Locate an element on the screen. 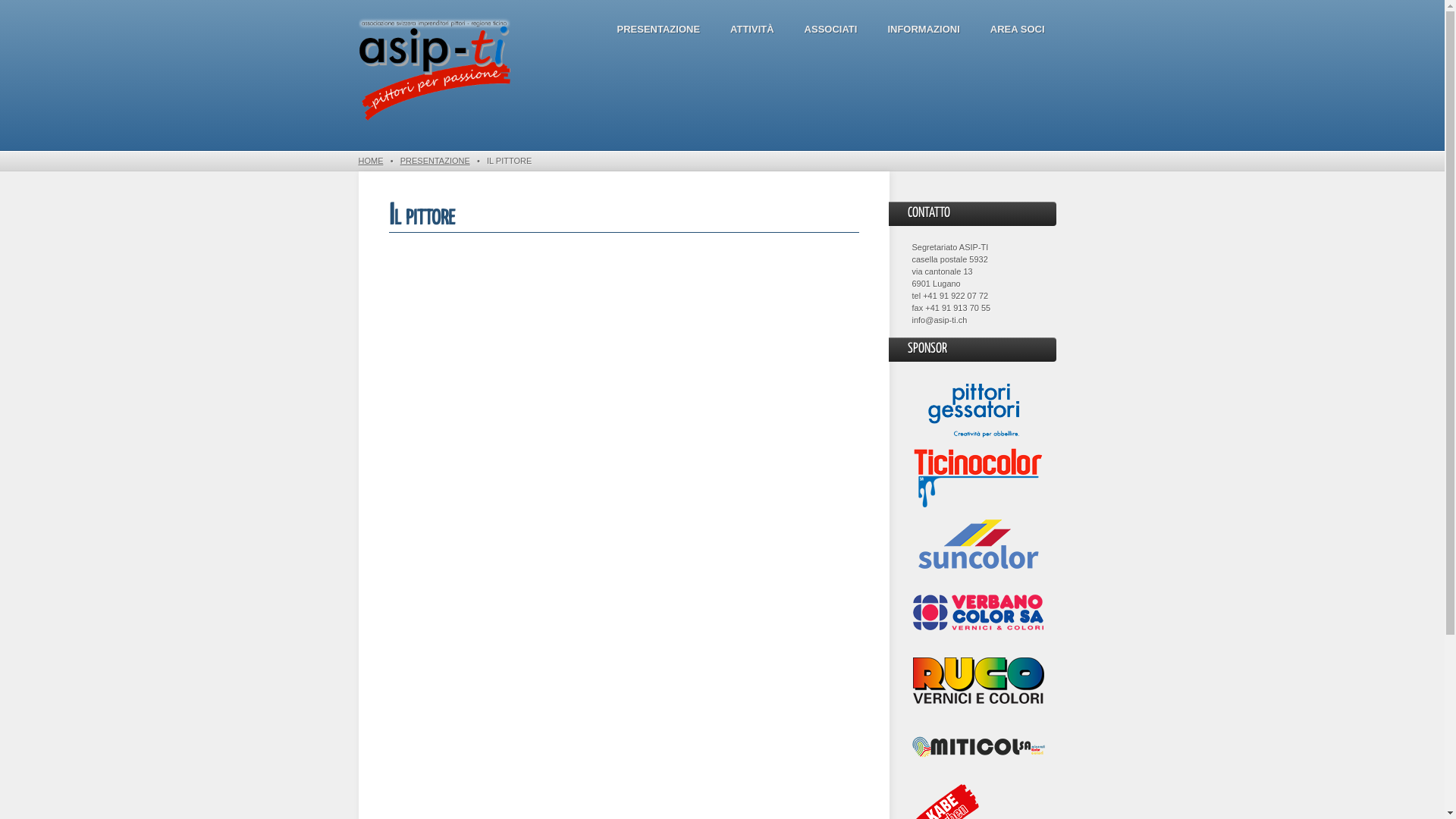 The image size is (1456, 819). 'Associazione Svizzera Imprenditori Pittori - Regione Ticino' is located at coordinates (356, 70).